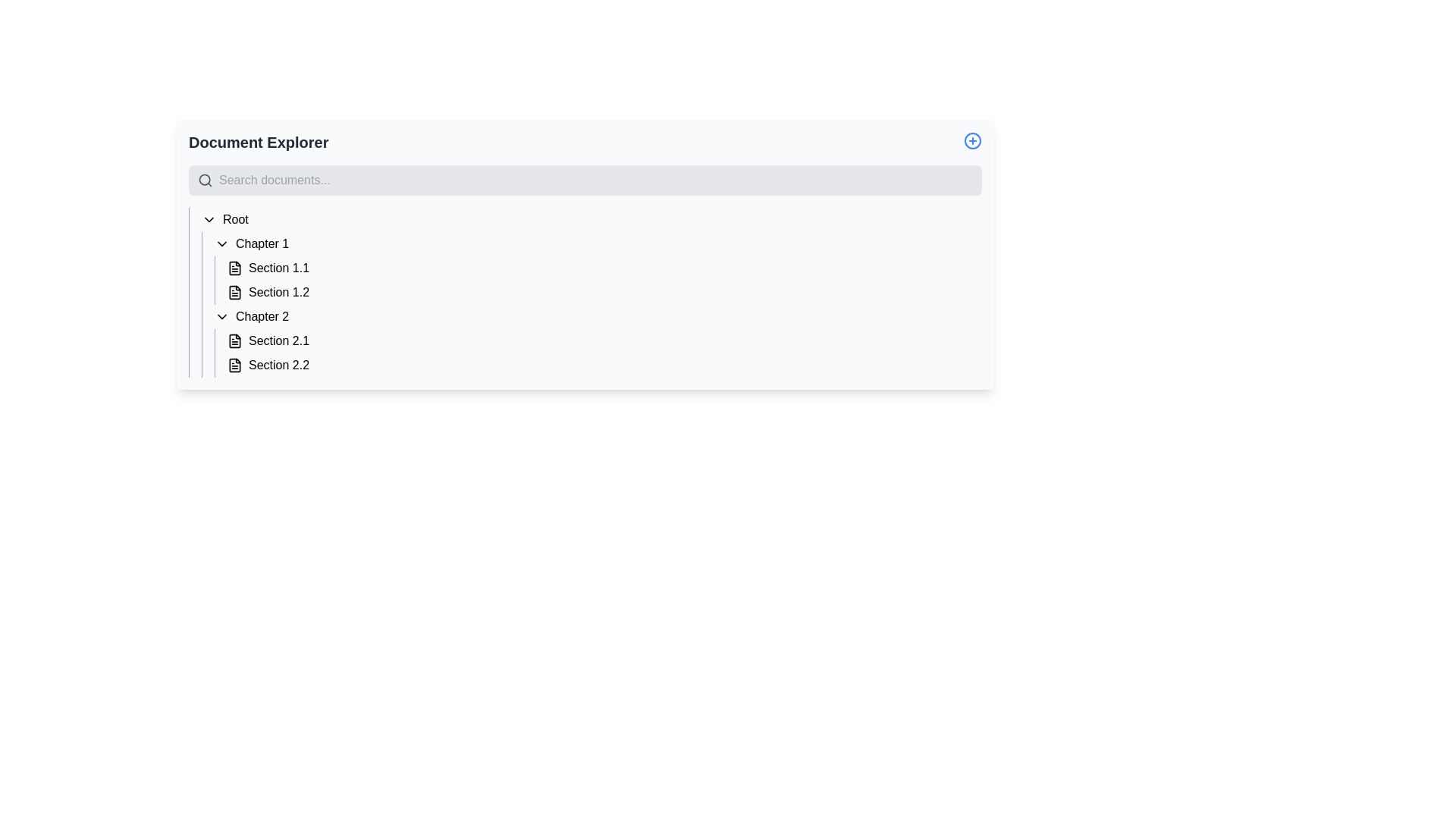 This screenshot has width=1456, height=819. Describe the element at coordinates (972, 140) in the screenshot. I see `the SVG Circle that is part of the plus-circle icon located in the top right corner of the interface` at that location.